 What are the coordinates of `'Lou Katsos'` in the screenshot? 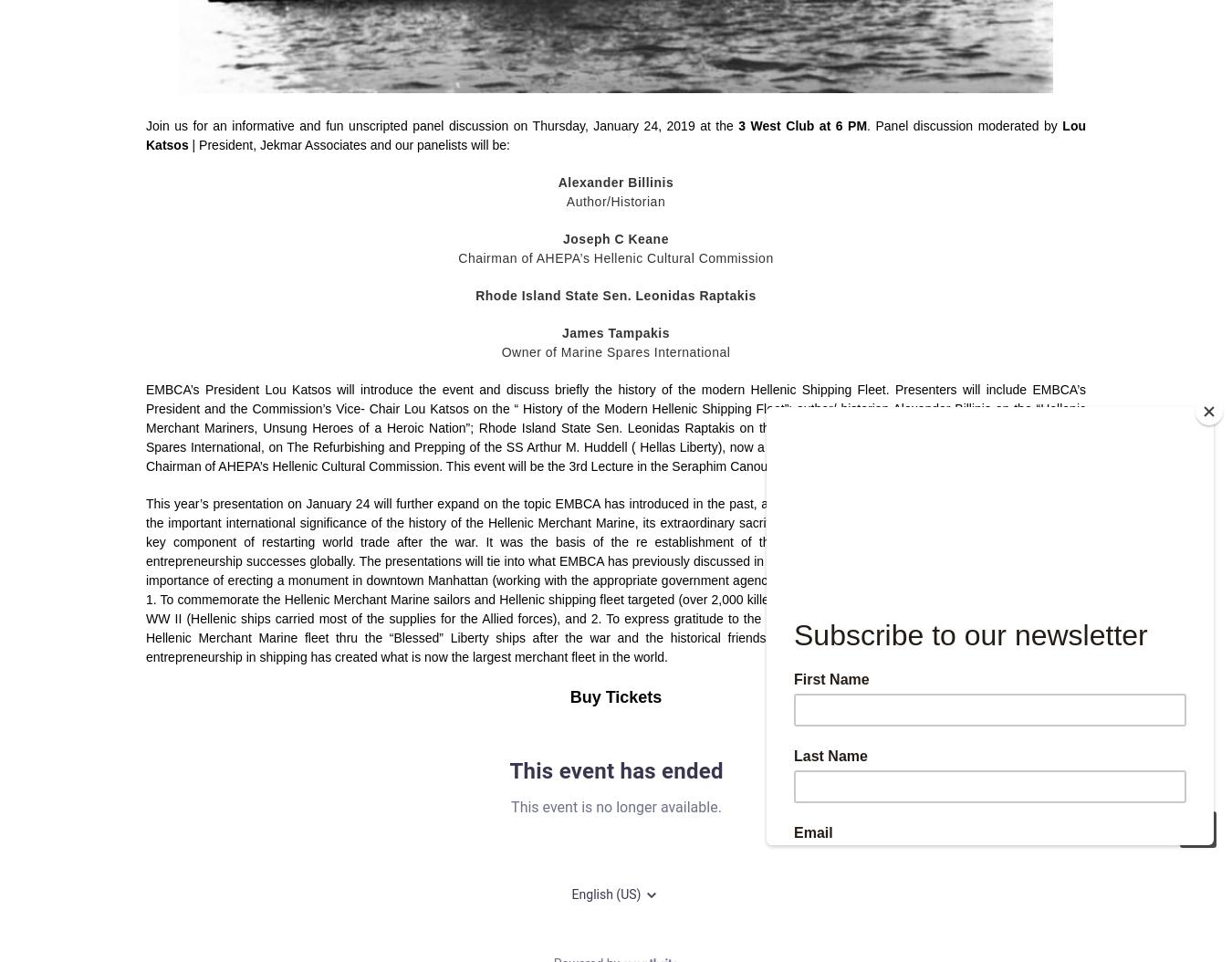 It's located at (615, 134).